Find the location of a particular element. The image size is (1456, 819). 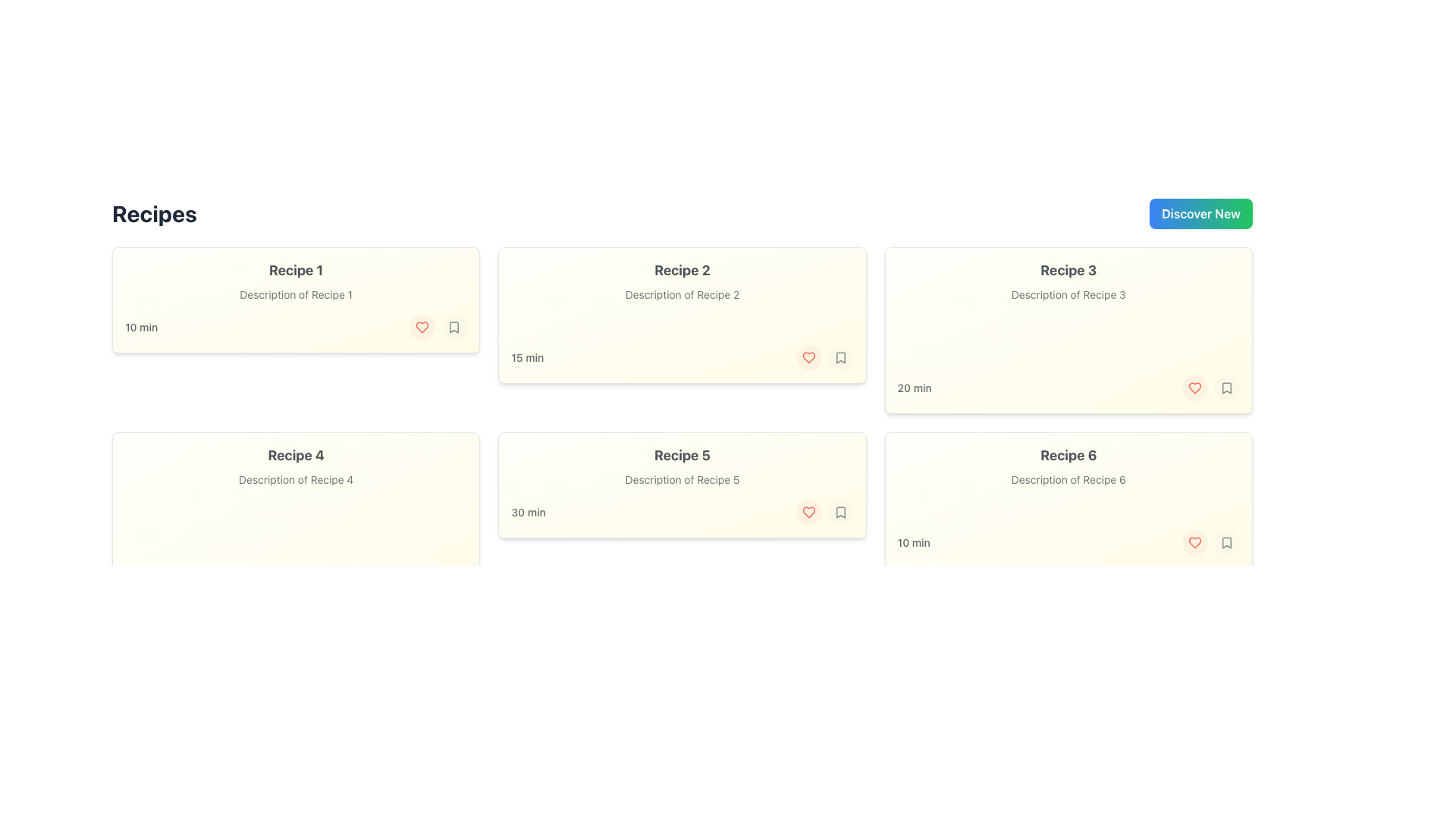

the like or favorite button for Recipe 2, which is located to the right of the '15 min' label is located at coordinates (808, 357).